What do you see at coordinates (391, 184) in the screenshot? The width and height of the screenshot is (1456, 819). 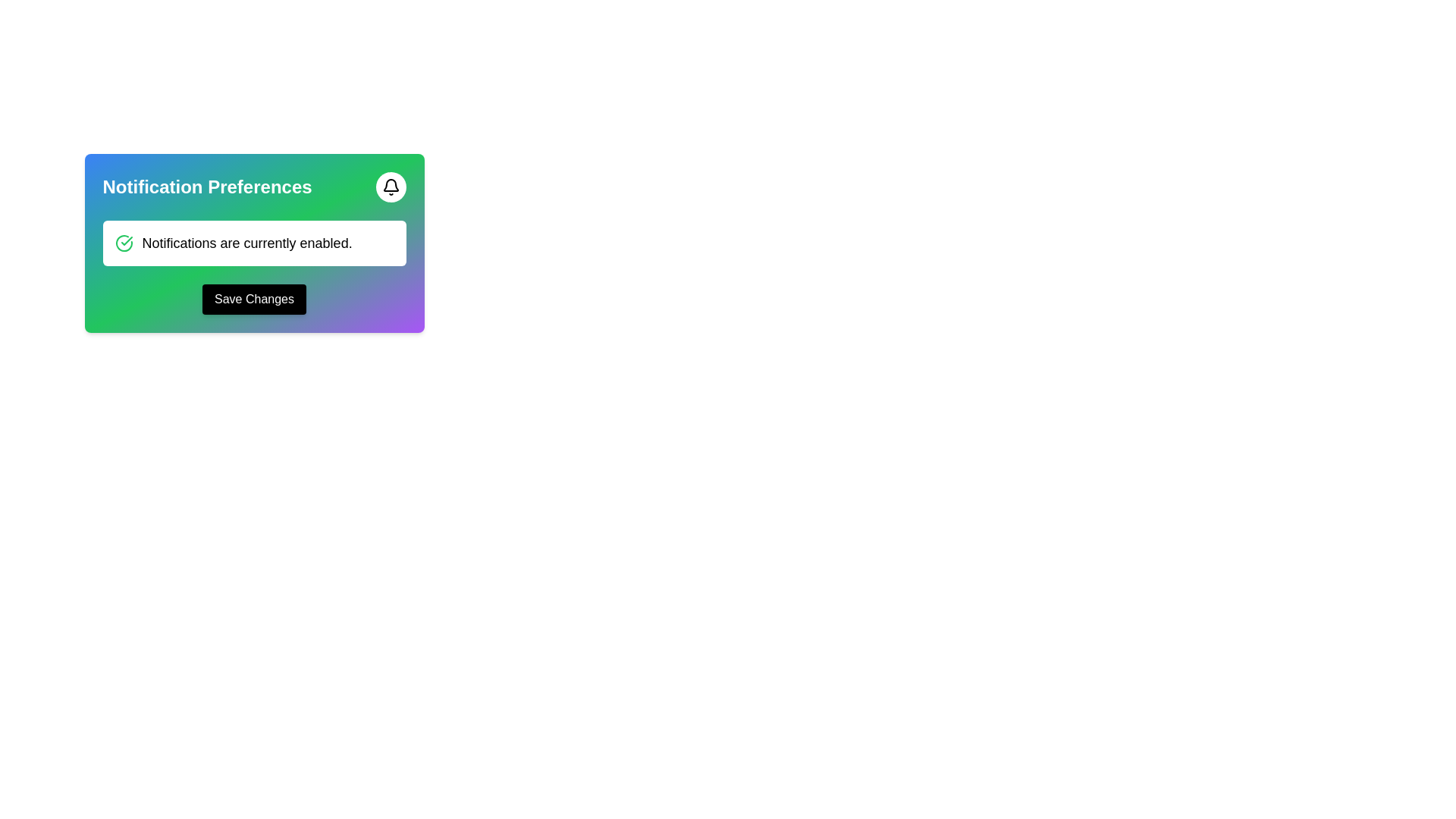 I see `the bell-shaped notification icon located in the upper-right corner of the notification preferences dialog box` at bounding box center [391, 184].